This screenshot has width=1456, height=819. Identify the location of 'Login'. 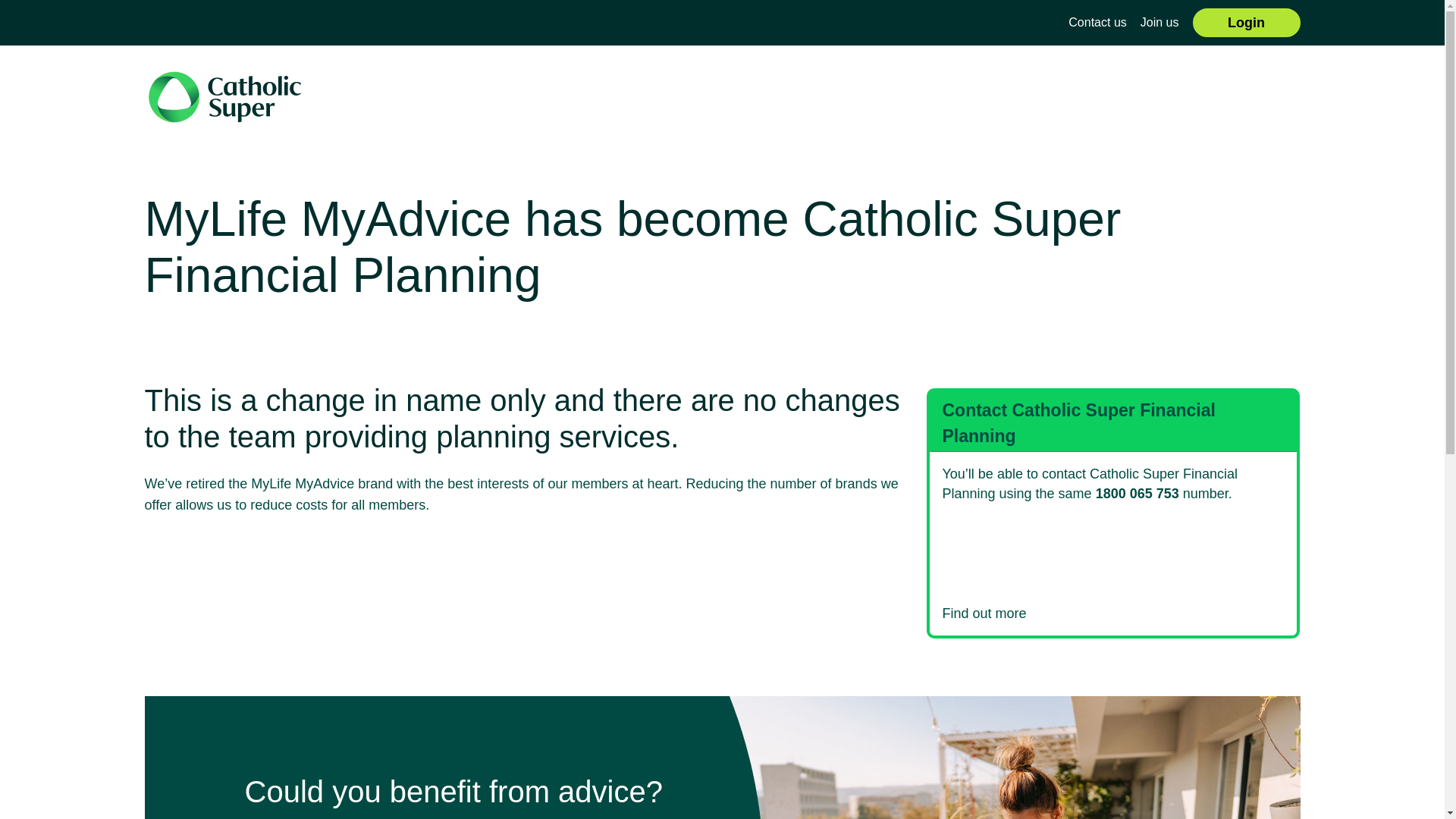
(1246, 23).